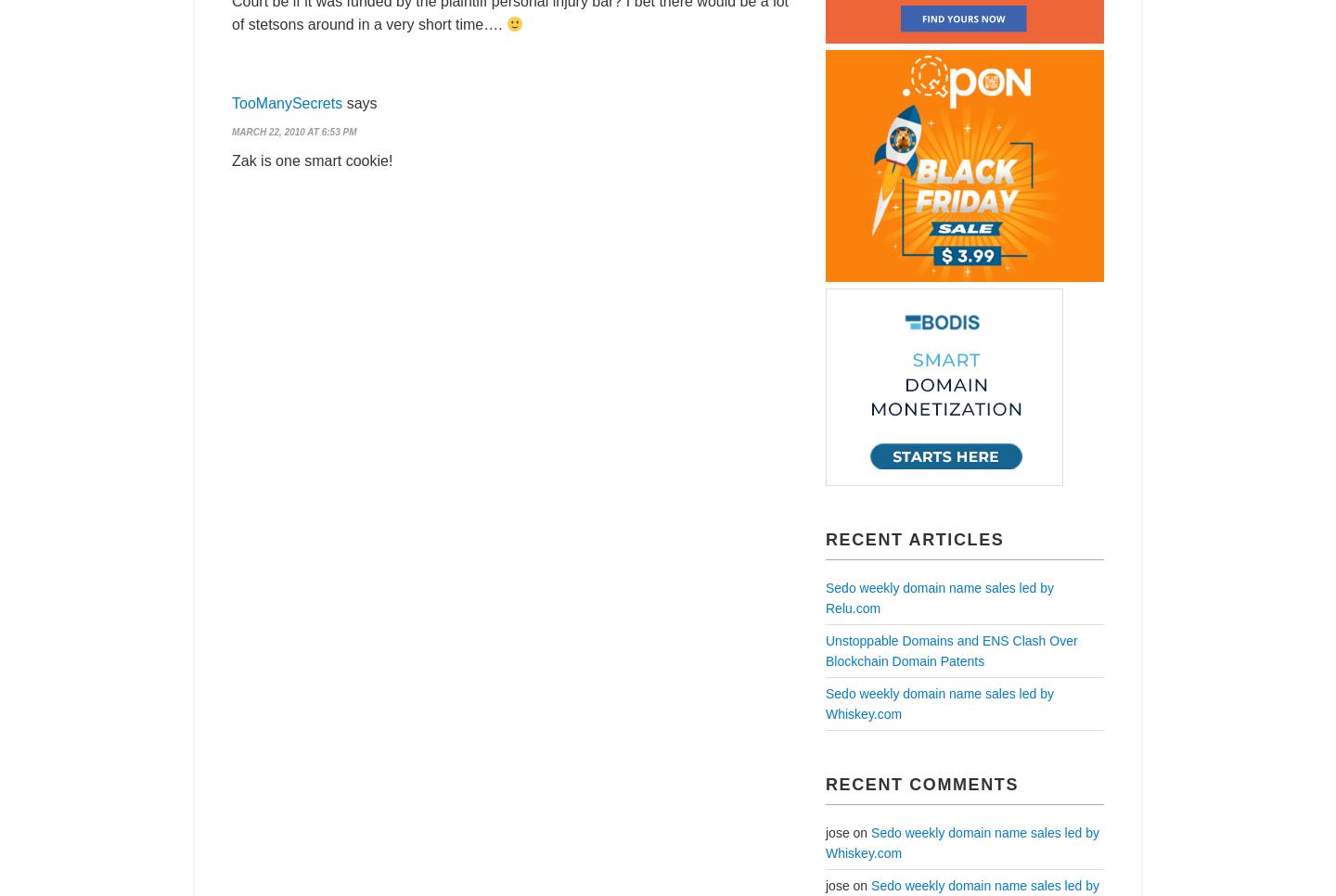 Image resolution: width=1336 pixels, height=896 pixels. I want to click on 'Unstoppable Domains and ENS Clash Over Blockchain Domain Patents', so click(951, 649).